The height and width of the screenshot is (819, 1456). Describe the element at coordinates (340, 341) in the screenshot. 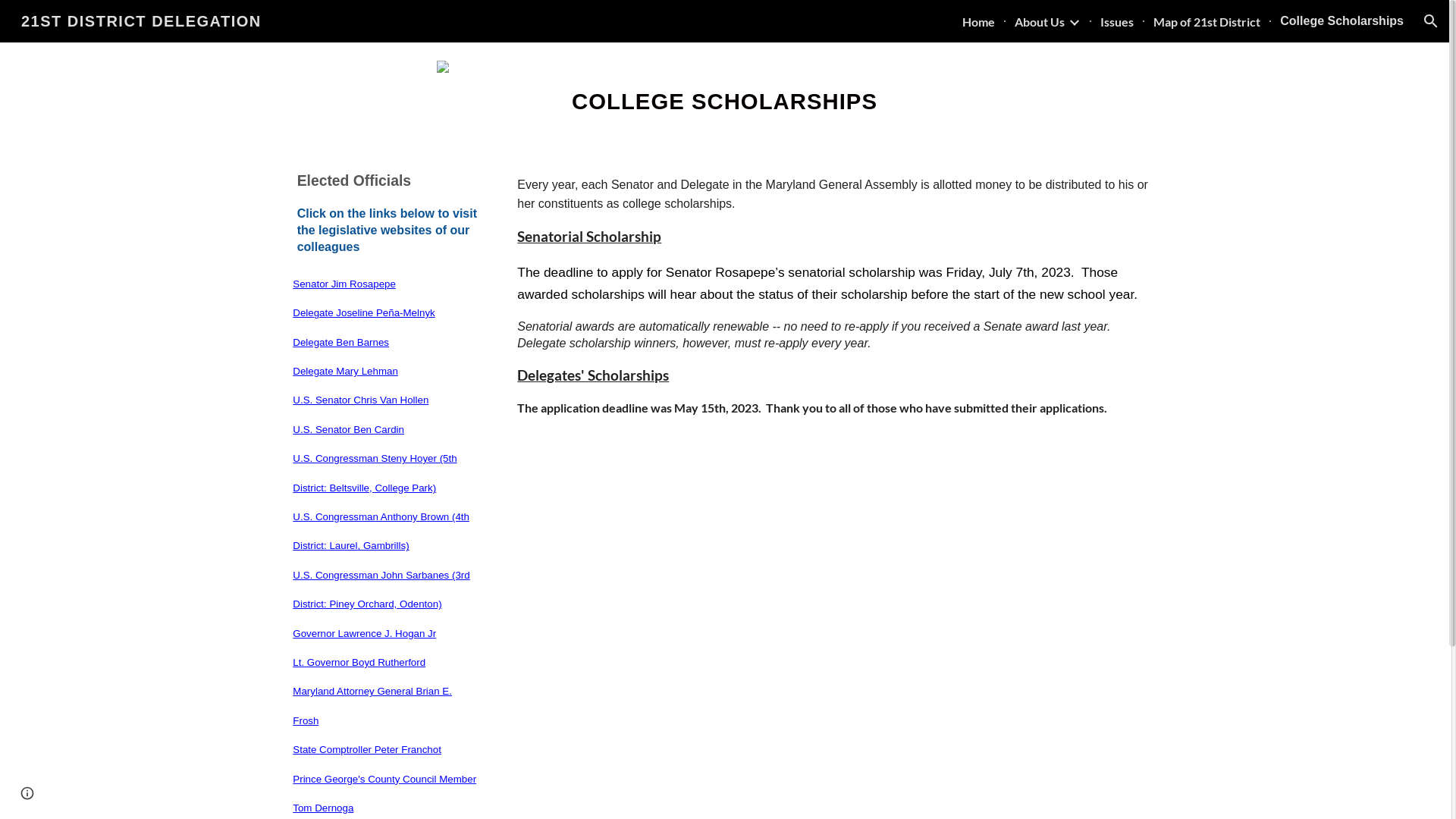

I see `'Delegate Ben Barnes'` at that location.